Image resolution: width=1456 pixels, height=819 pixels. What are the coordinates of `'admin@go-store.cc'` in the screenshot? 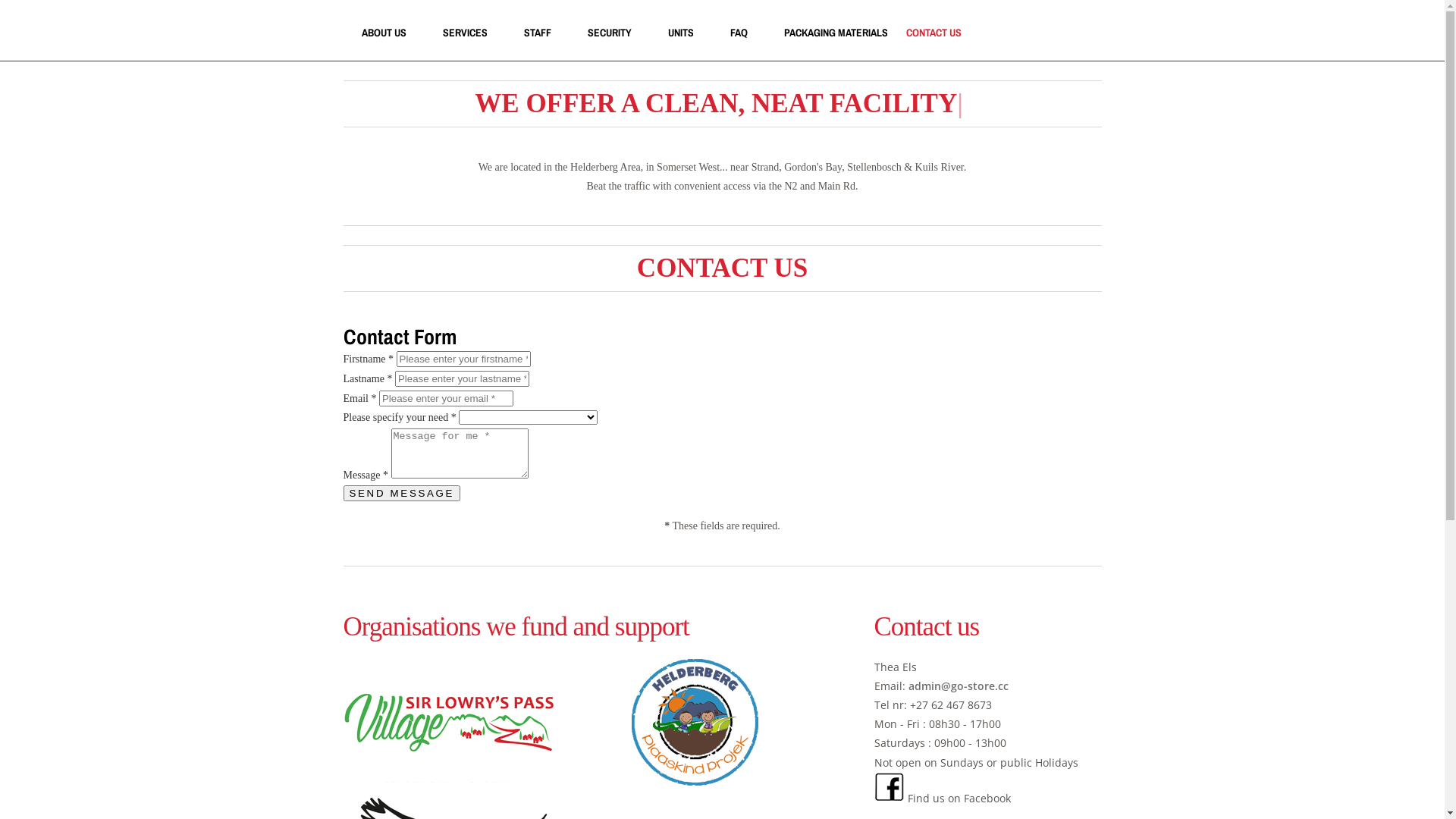 It's located at (957, 686).